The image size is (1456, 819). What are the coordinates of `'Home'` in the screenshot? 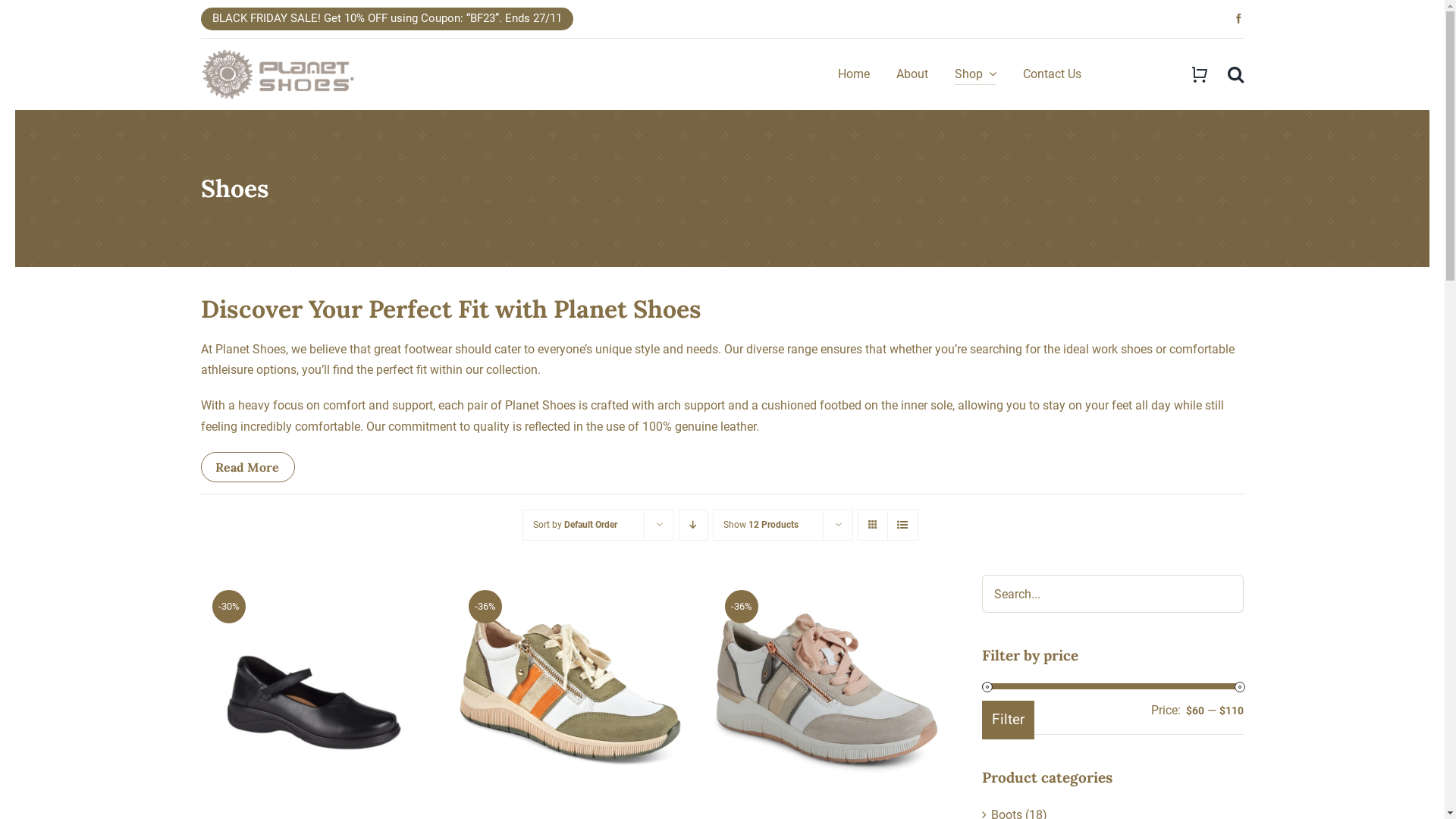 It's located at (836, 74).